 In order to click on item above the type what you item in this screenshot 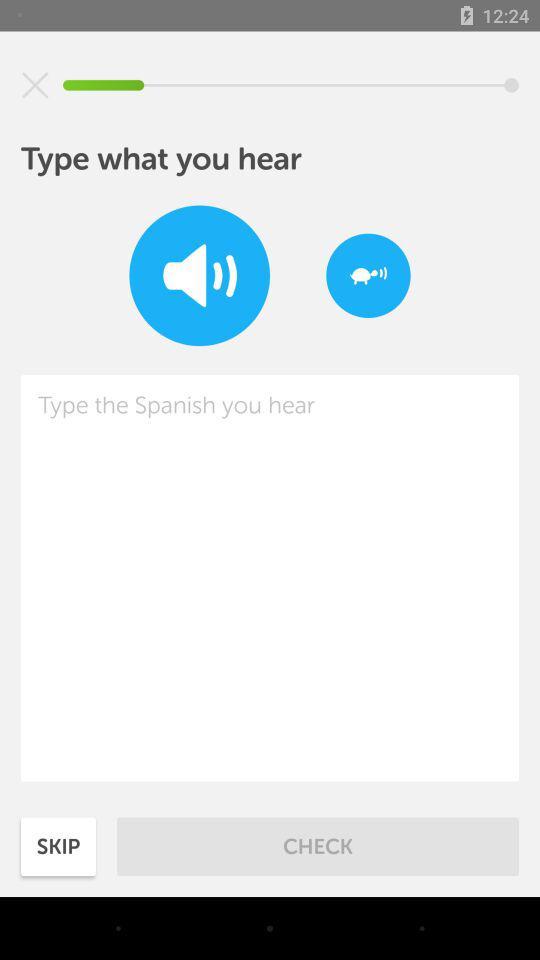, I will do `click(35, 85)`.